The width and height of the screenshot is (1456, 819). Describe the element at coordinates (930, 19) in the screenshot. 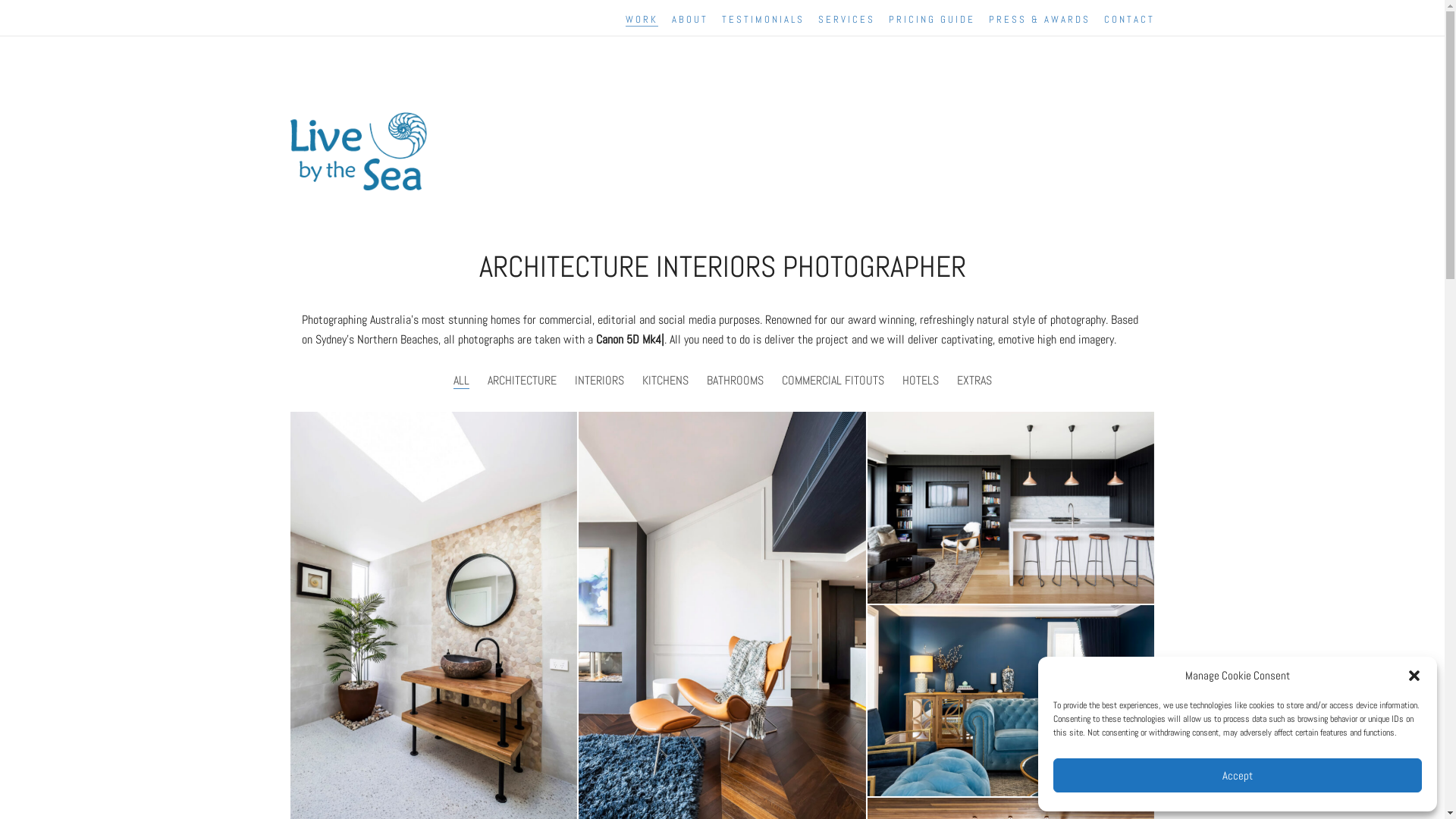

I see `'PRICING GUIDE'` at that location.